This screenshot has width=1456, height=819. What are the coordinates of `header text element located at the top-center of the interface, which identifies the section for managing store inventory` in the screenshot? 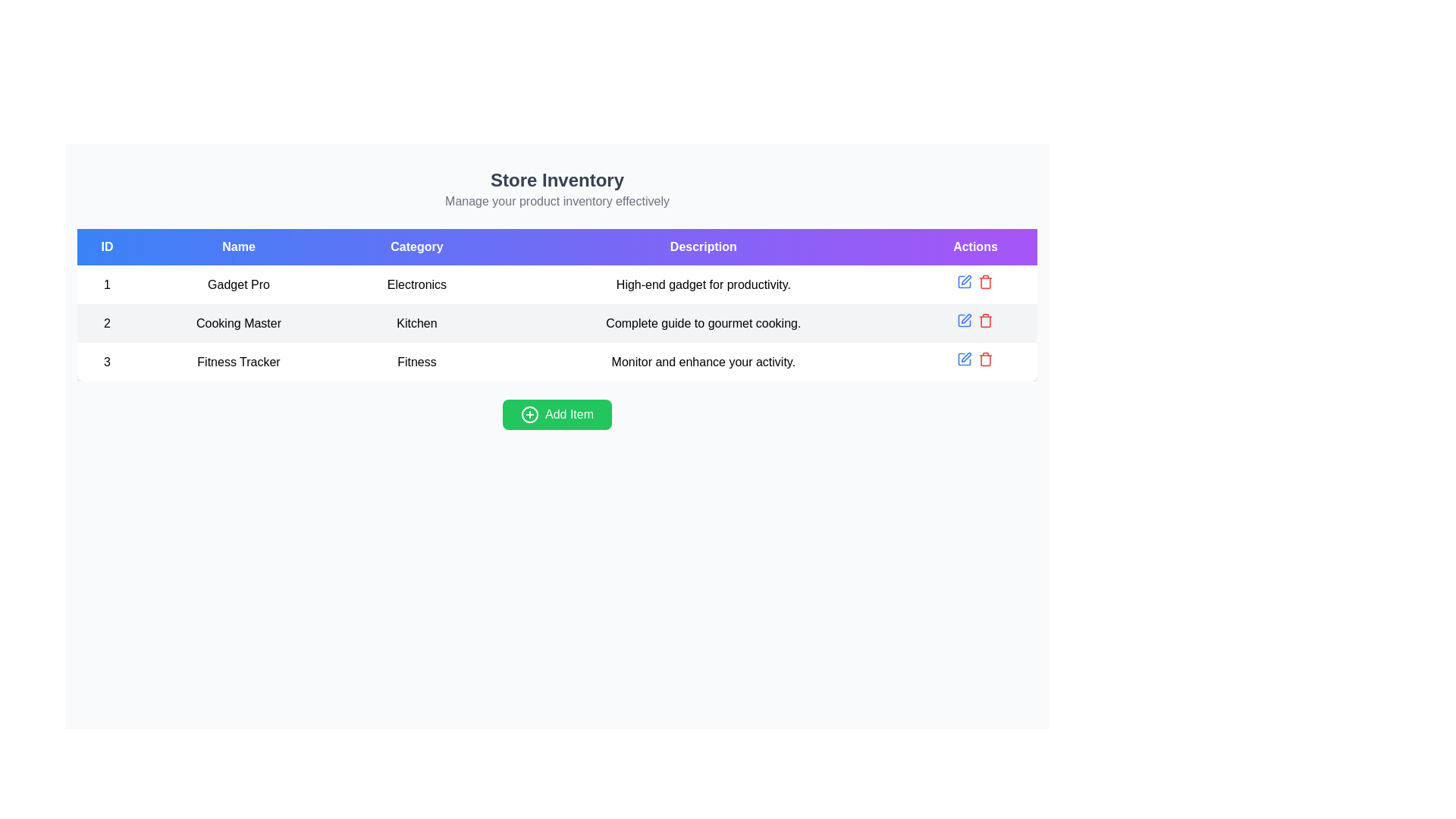 It's located at (556, 180).